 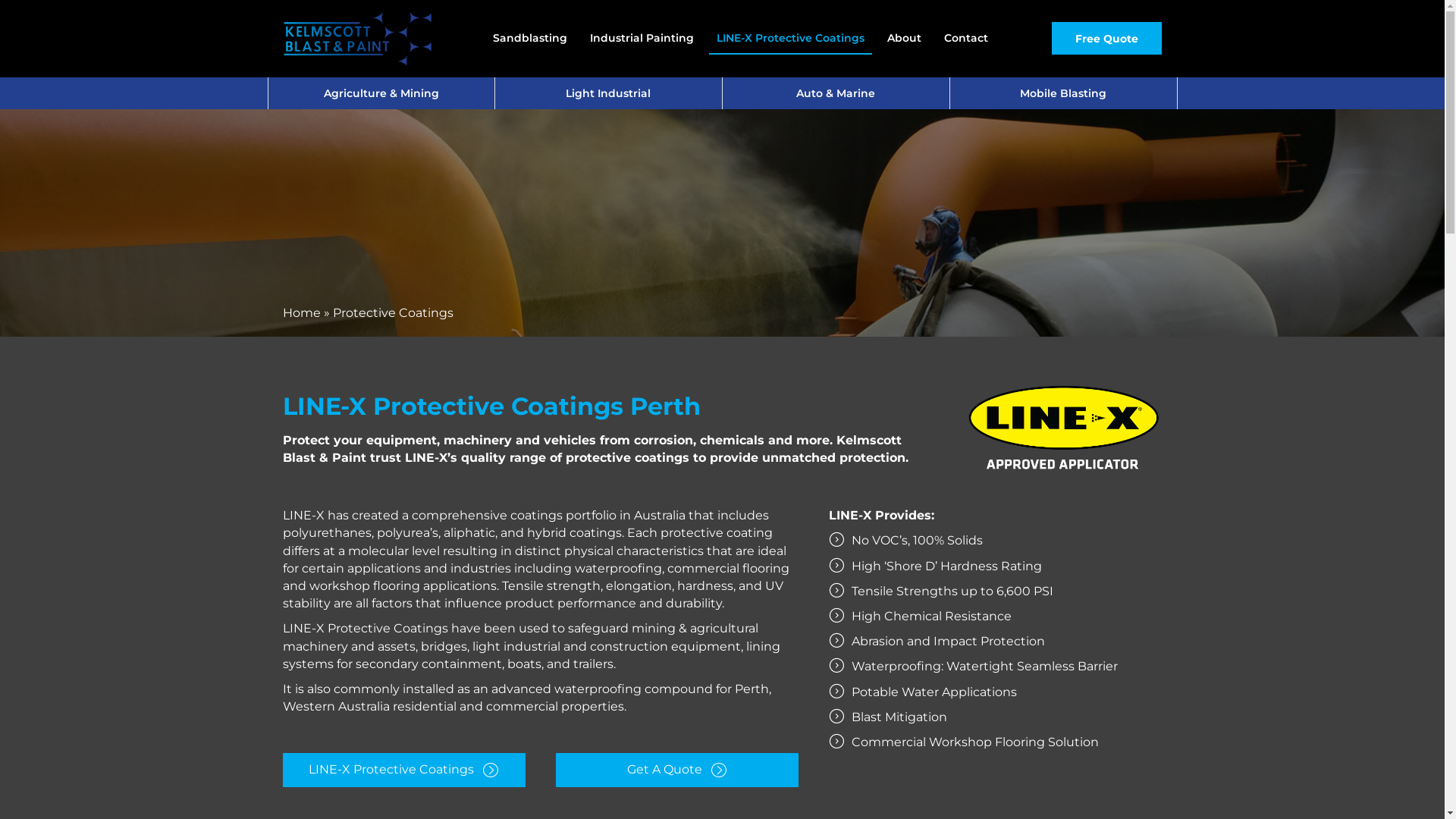 What do you see at coordinates (642, 37) in the screenshot?
I see `'Industrial Painting'` at bounding box center [642, 37].